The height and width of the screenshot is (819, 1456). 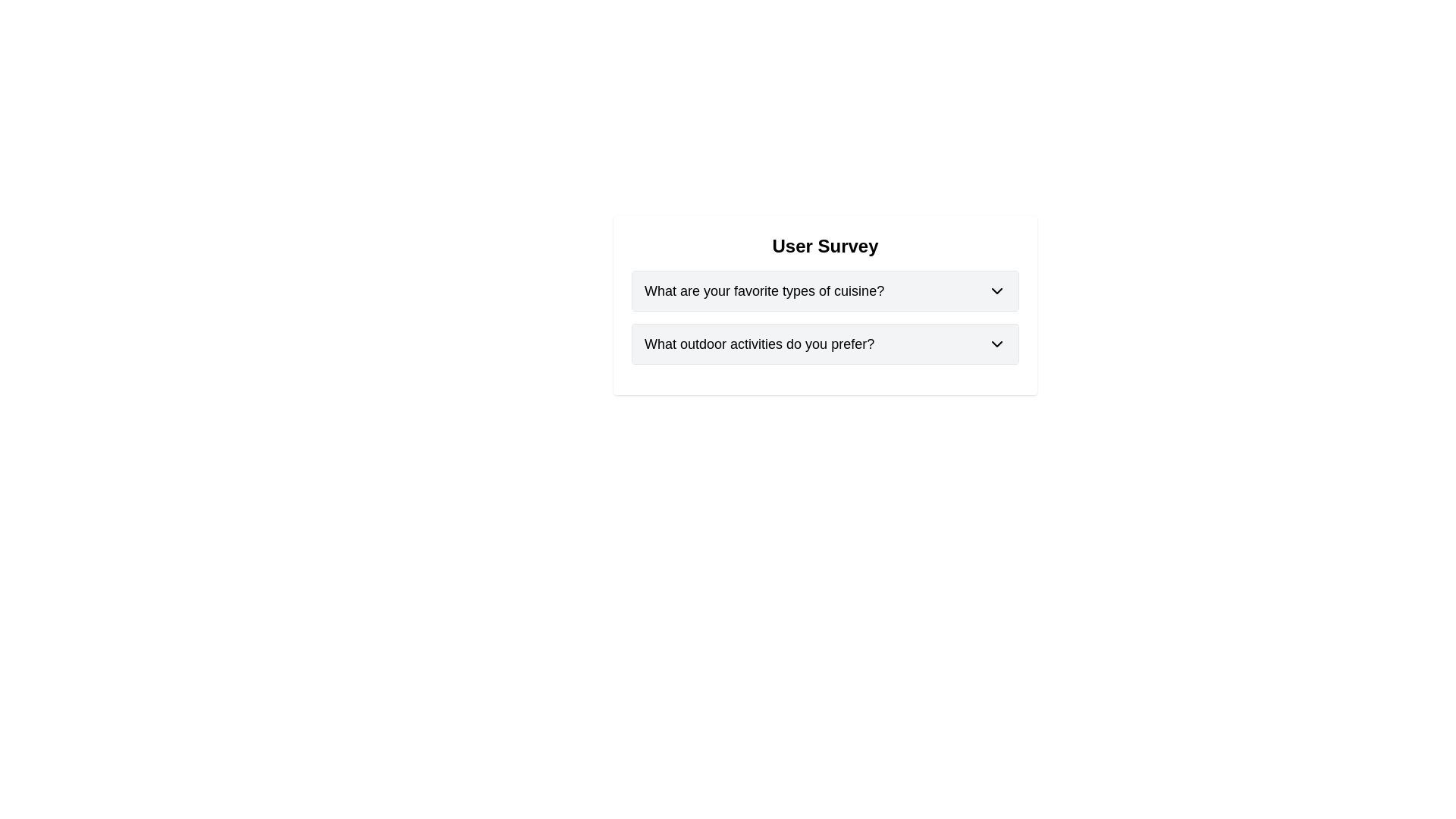 I want to click on the downward-pointing chevron icon next to the question 'What outdoor activities do you prefer?', so click(x=997, y=344).